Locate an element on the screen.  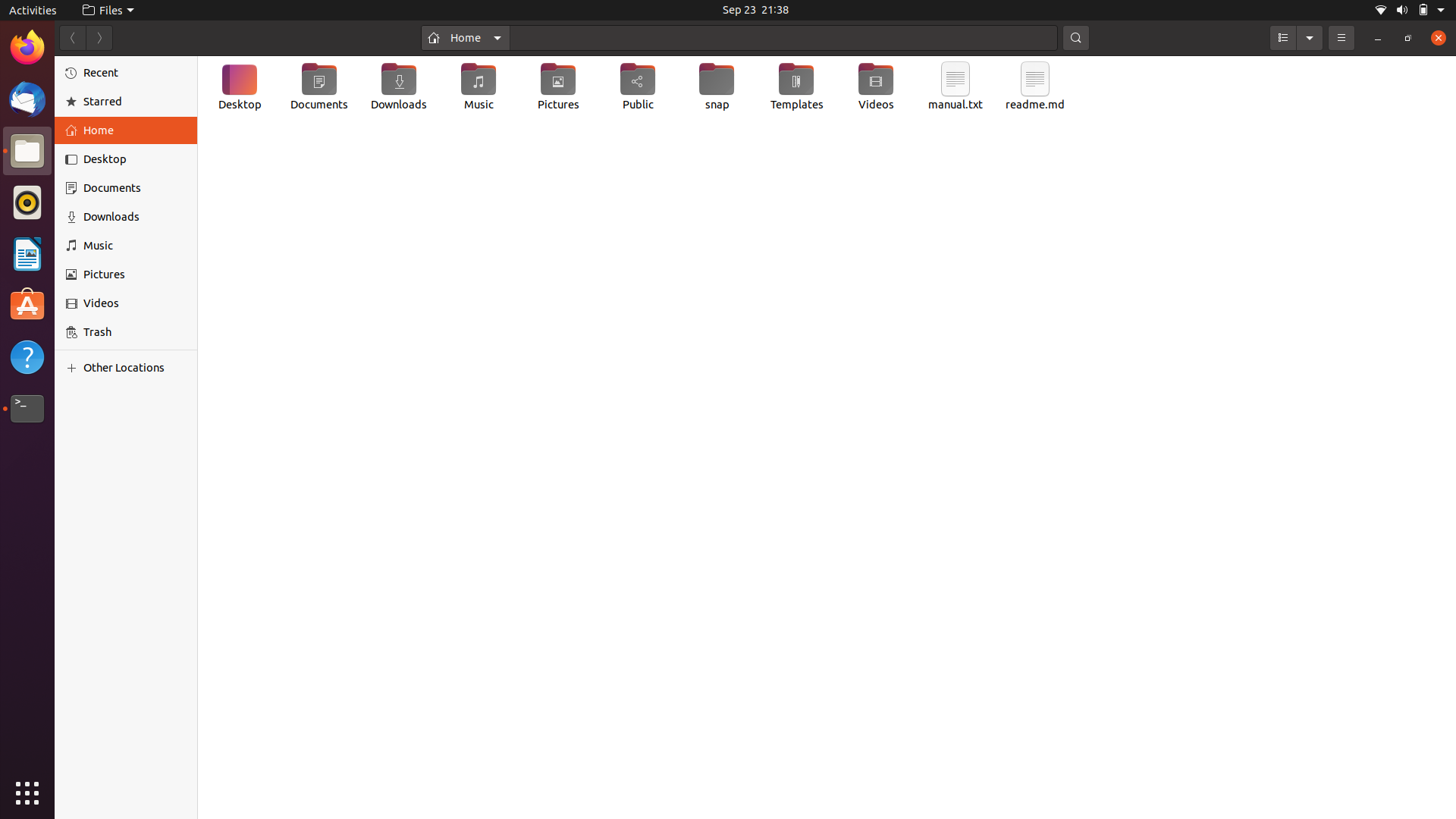
the "List View" mode is located at coordinates (1282, 37).